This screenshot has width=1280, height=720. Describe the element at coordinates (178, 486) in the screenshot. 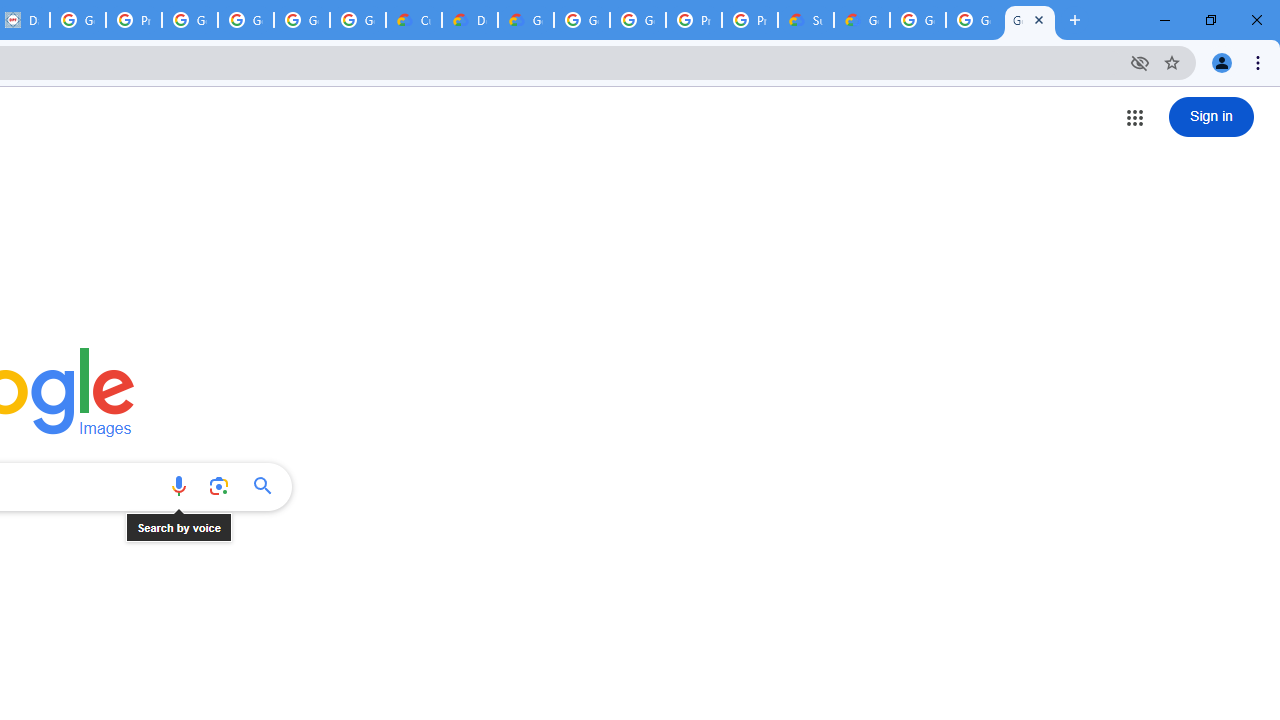

I see `'Search by voice'` at that location.